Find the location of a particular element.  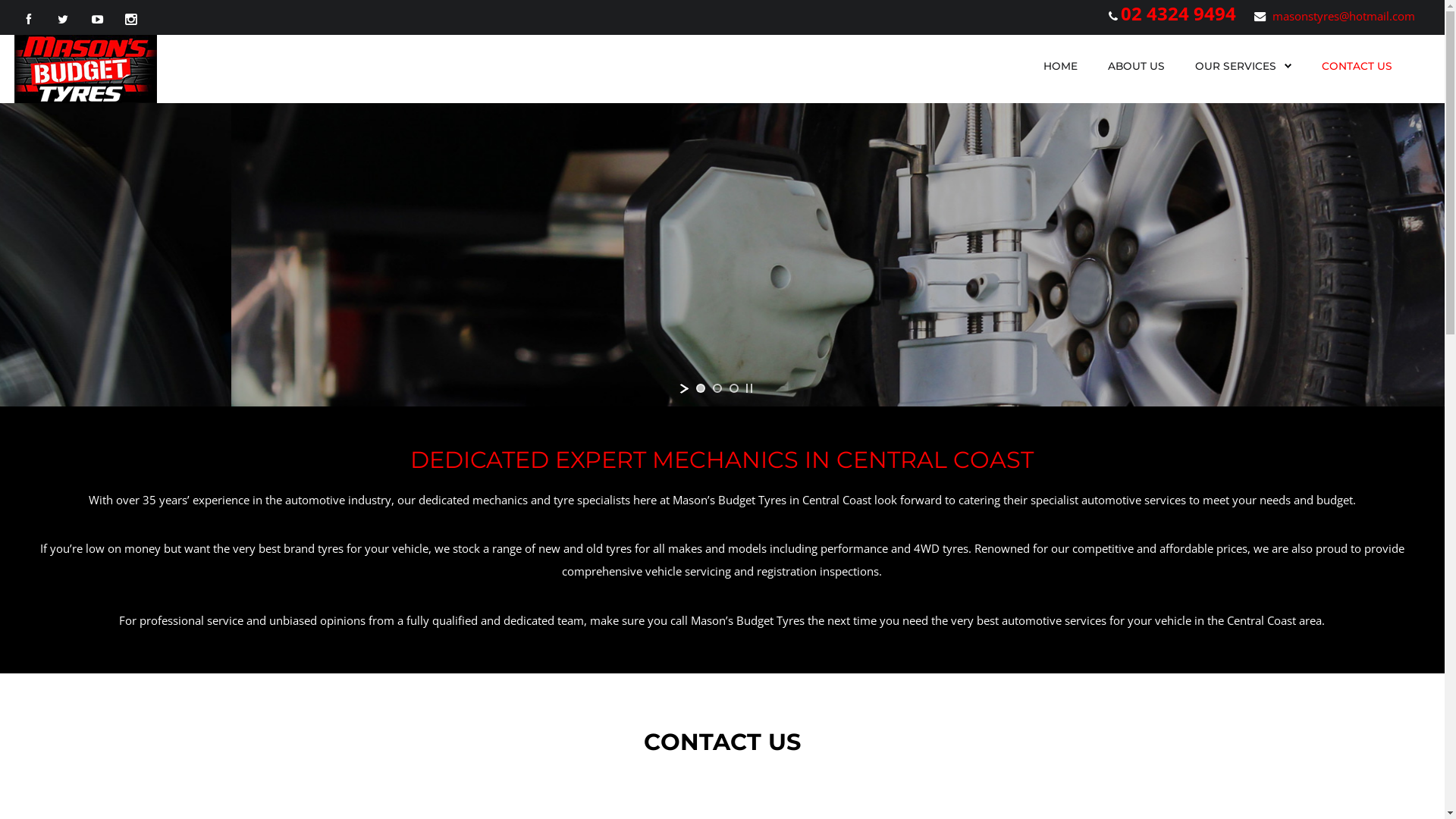

'ABOUT US' is located at coordinates (1136, 65).